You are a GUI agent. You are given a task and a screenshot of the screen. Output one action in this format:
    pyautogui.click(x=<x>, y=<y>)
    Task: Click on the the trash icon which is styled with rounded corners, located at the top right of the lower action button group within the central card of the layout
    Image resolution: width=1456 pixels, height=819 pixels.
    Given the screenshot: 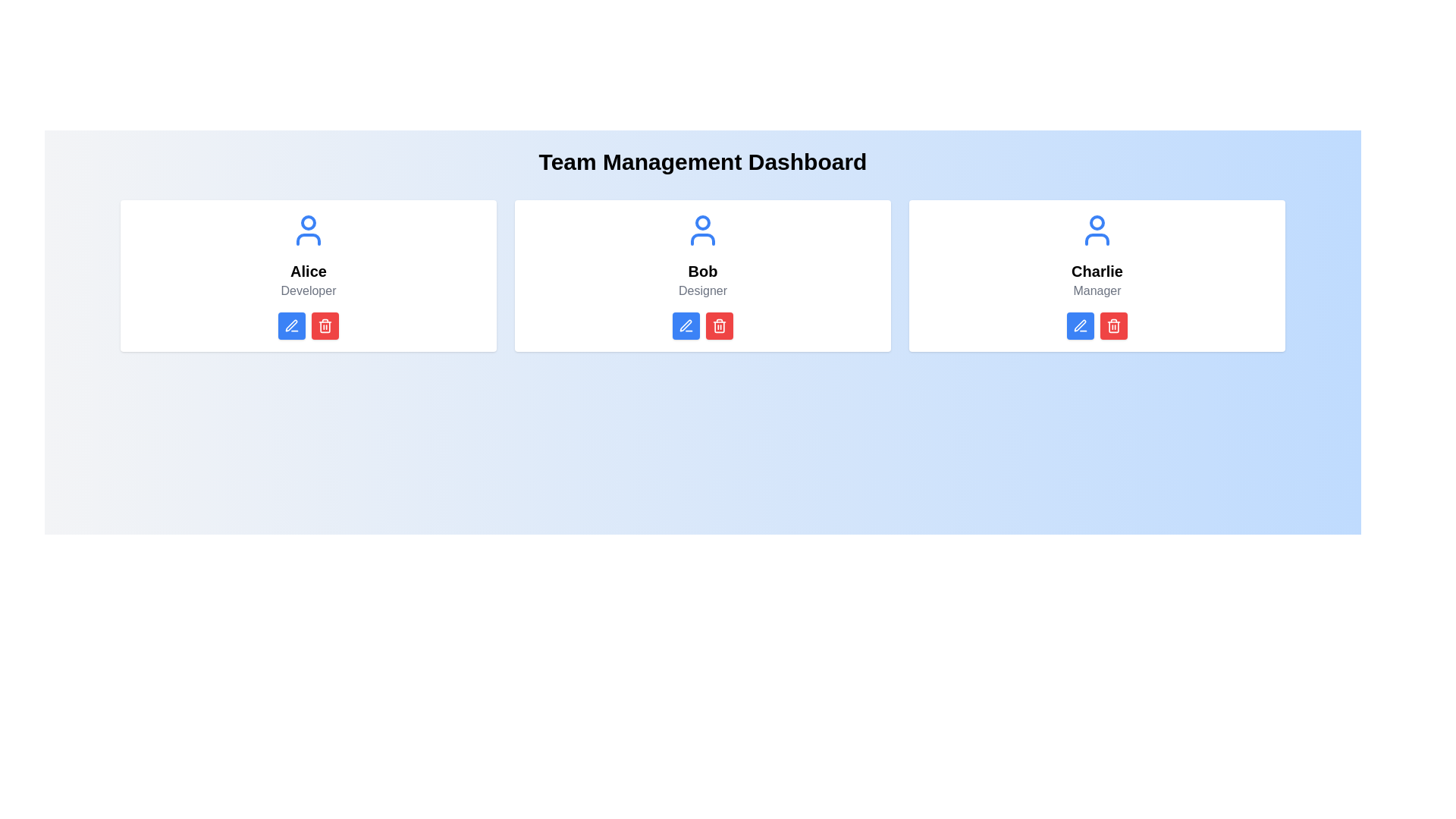 What is the action you would take?
    pyautogui.click(x=719, y=326)
    